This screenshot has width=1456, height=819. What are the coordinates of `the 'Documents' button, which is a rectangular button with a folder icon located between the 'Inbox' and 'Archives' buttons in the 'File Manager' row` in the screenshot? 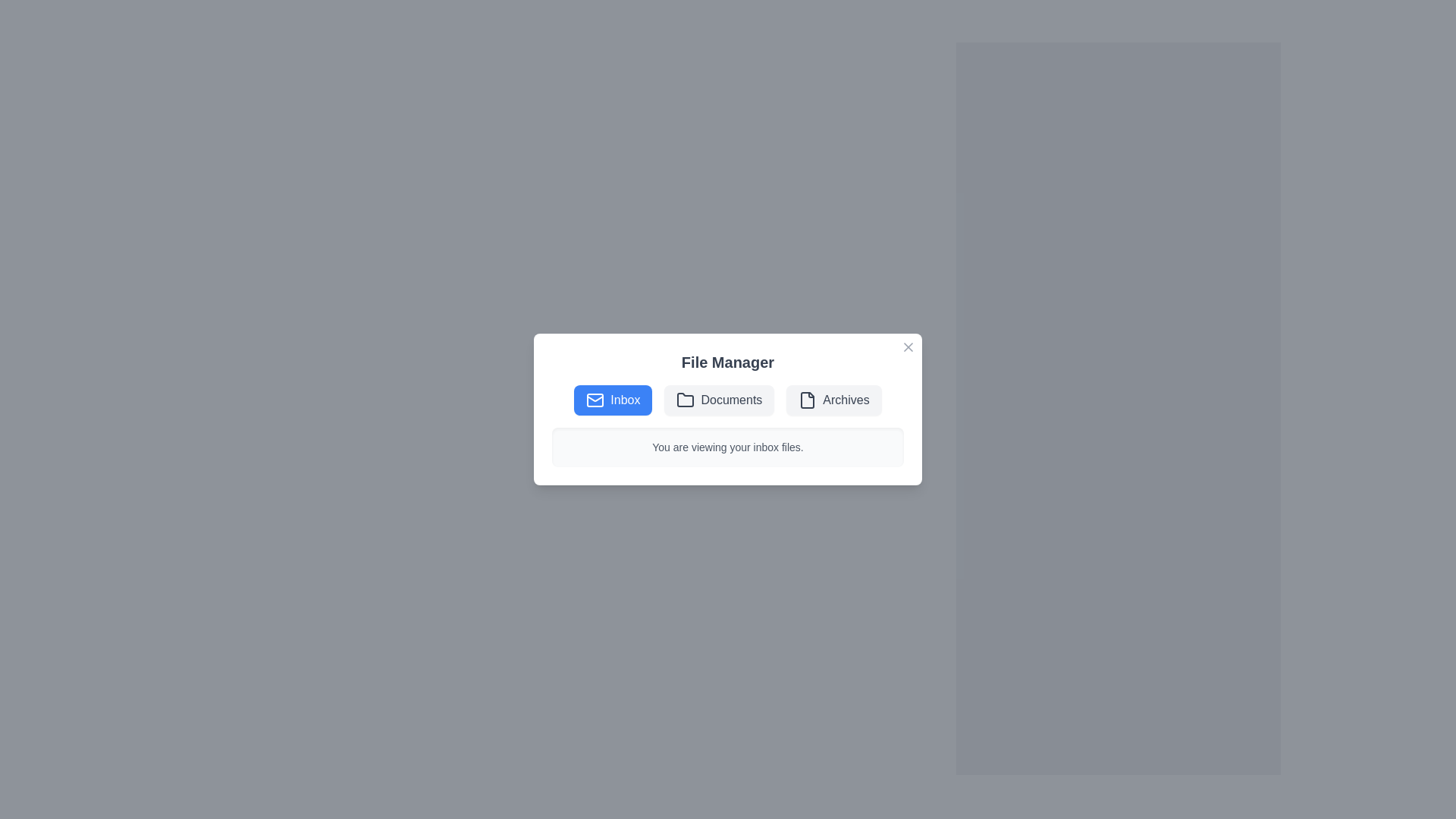 It's located at (718, 400).